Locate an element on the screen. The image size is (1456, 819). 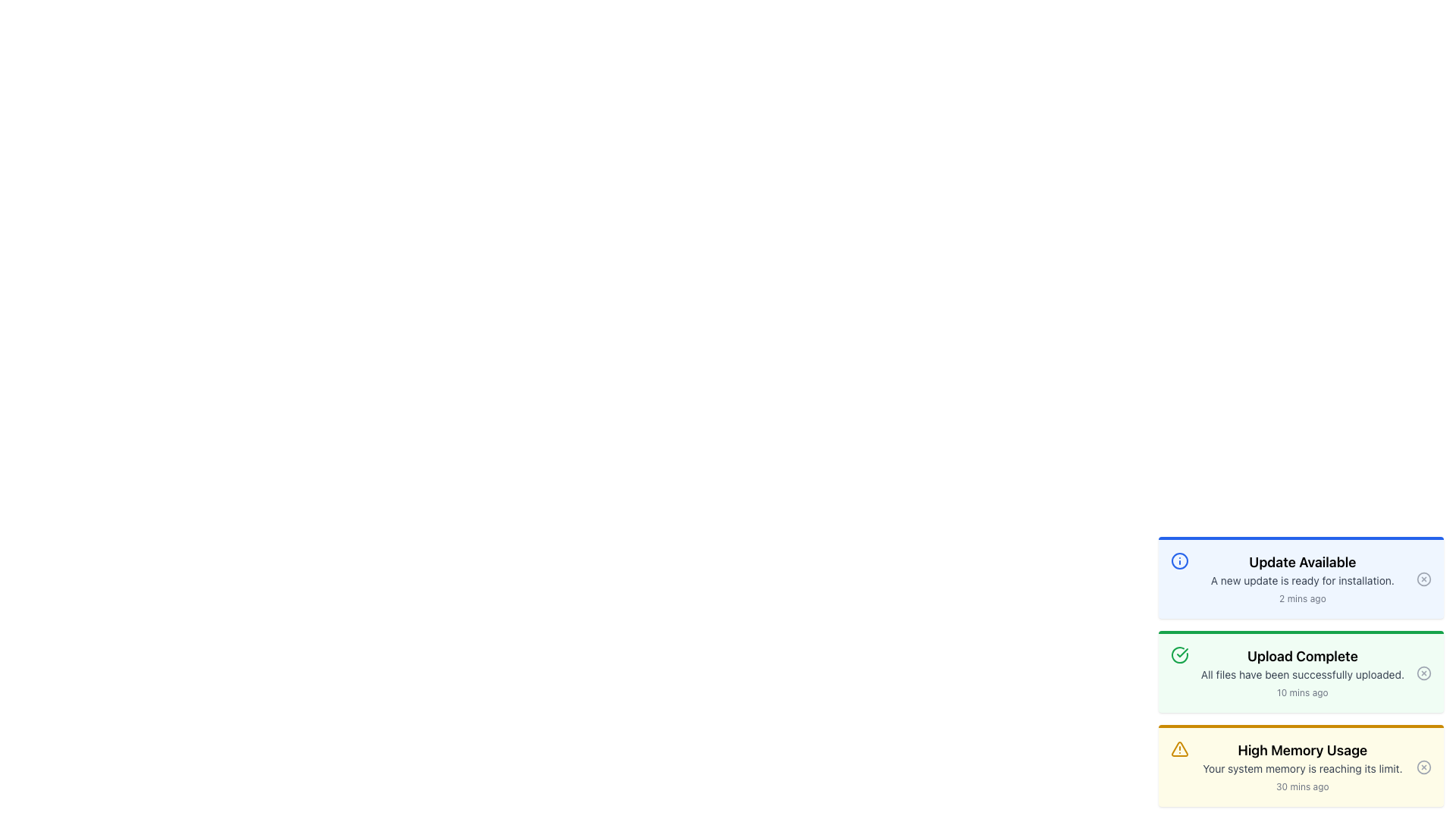
the dismiss button located at the upper-right corner of the 'Update Available' notification card is located at coordinates (1423, 579).